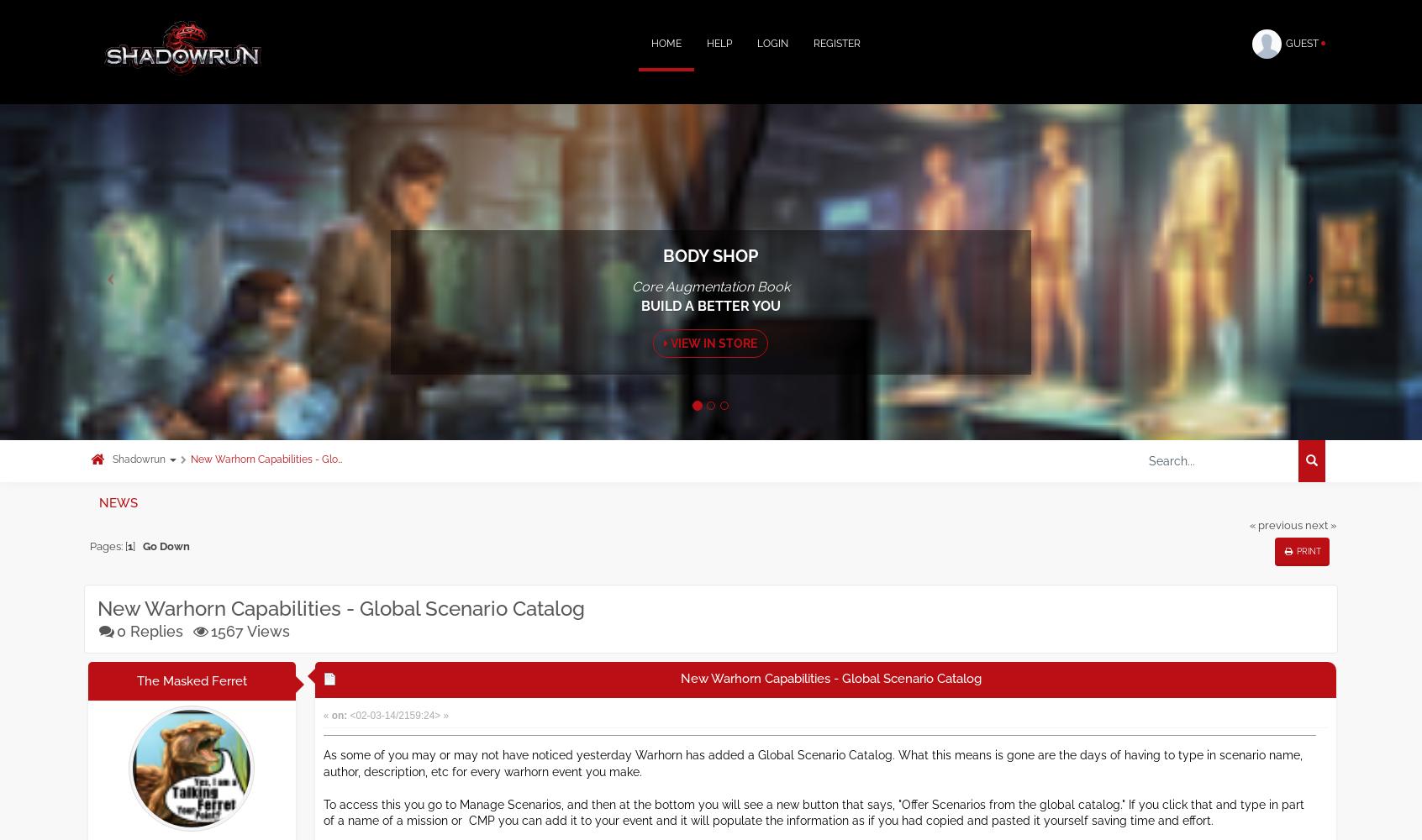 The height and width of the screenshot is (840, 1422). What do you see at coordinates (772, 44) in the screenshot?
I see `'Login'` at bounding box center [772, 44].